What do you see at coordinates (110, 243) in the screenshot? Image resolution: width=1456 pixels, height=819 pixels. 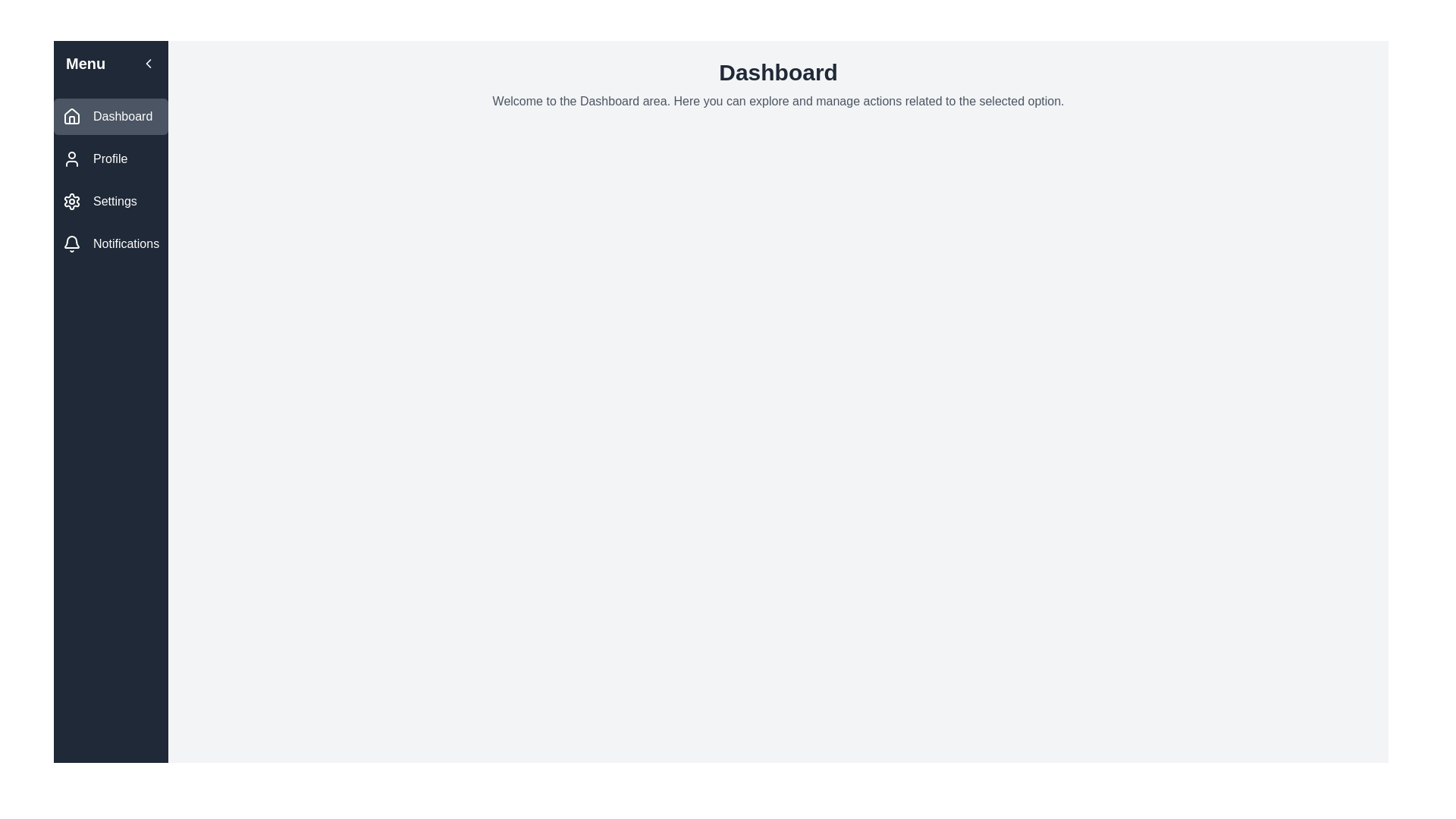 I see `the 'Notifications' menu item, which features a bell icon and a dark background` at bounding box center [110, 243].